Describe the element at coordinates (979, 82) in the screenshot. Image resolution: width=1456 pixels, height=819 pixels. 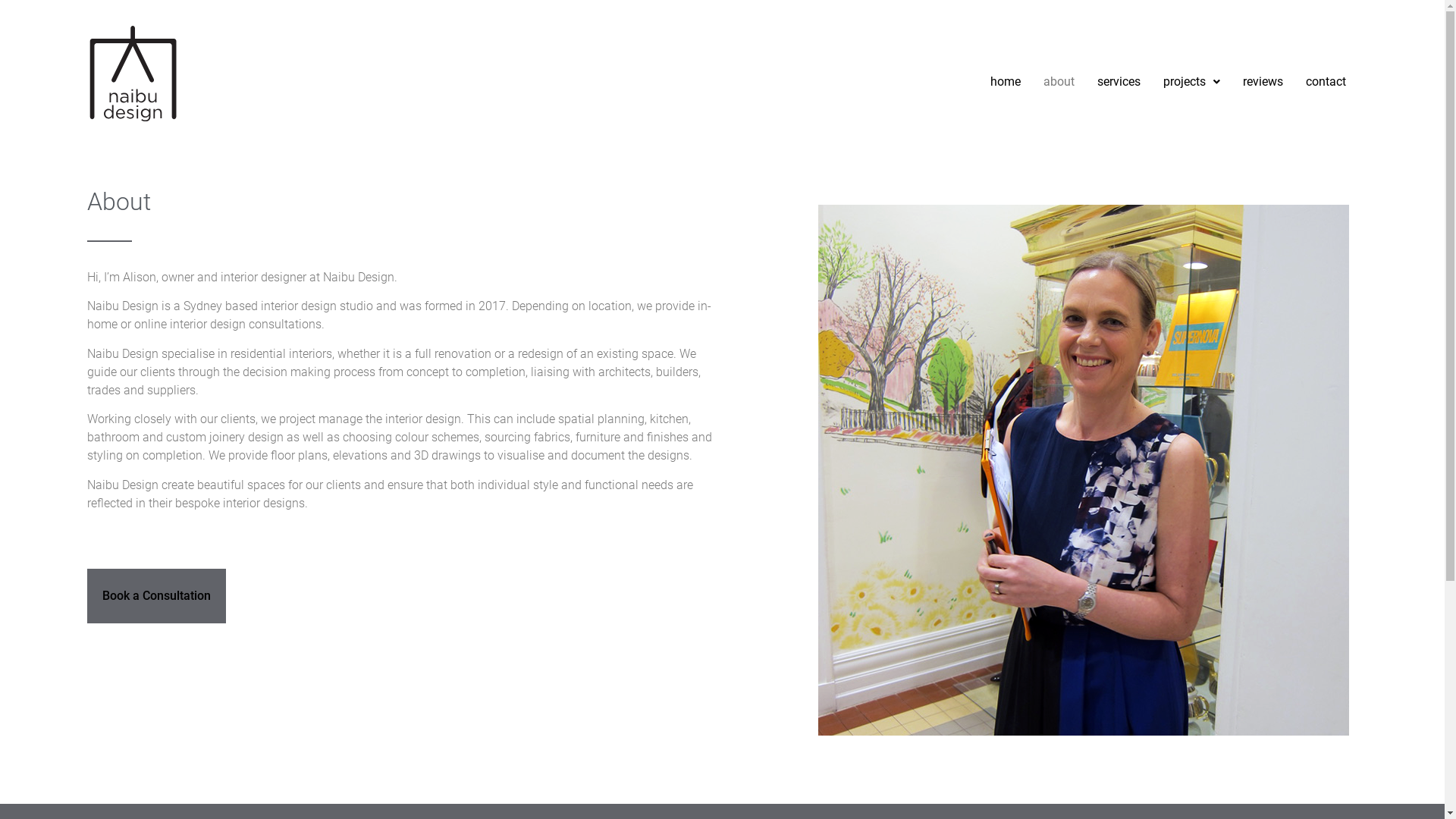
I see `'home'` at that location.